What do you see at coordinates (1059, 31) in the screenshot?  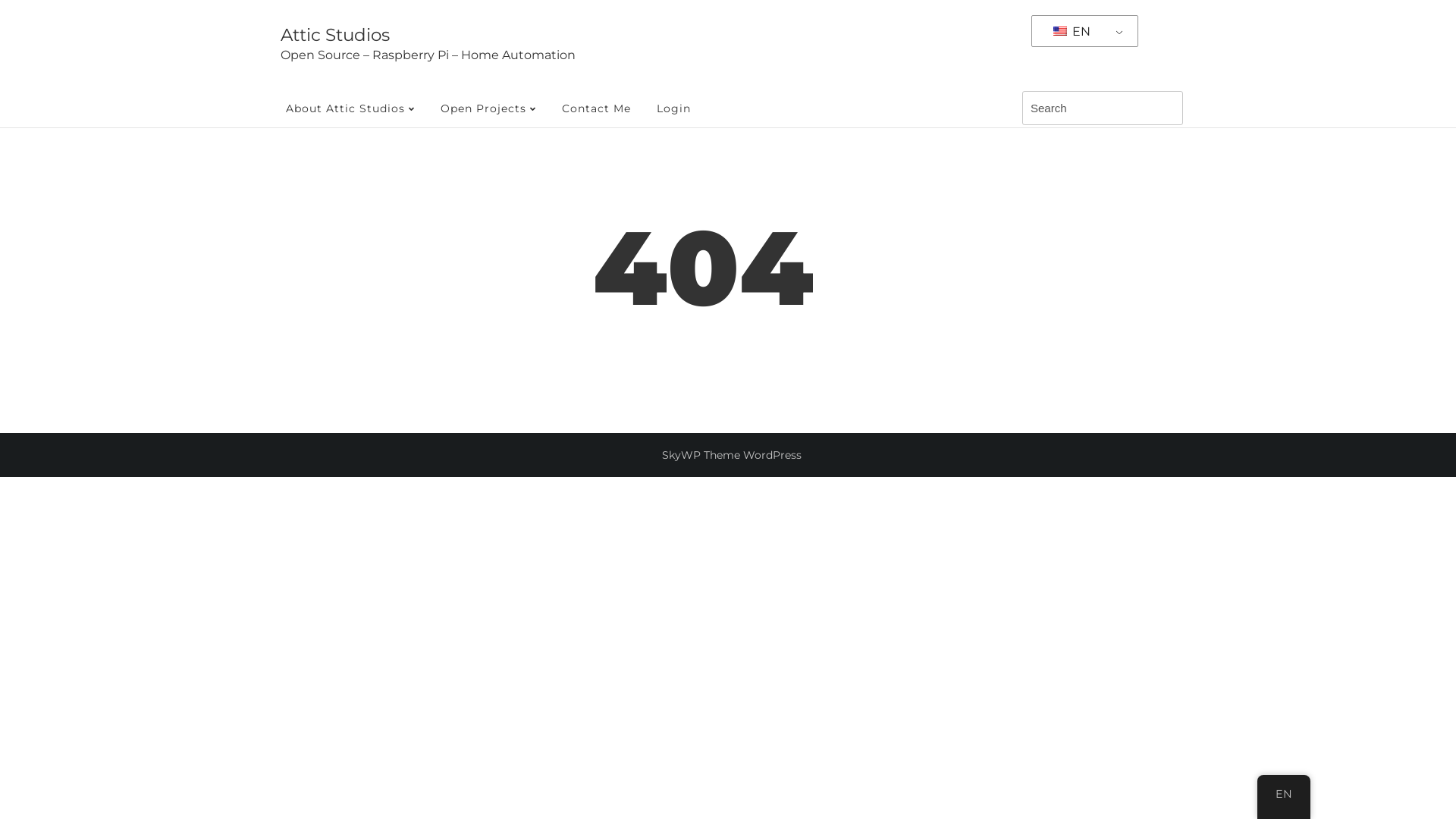 I see `'English'` at bounding box center [1059, 31].